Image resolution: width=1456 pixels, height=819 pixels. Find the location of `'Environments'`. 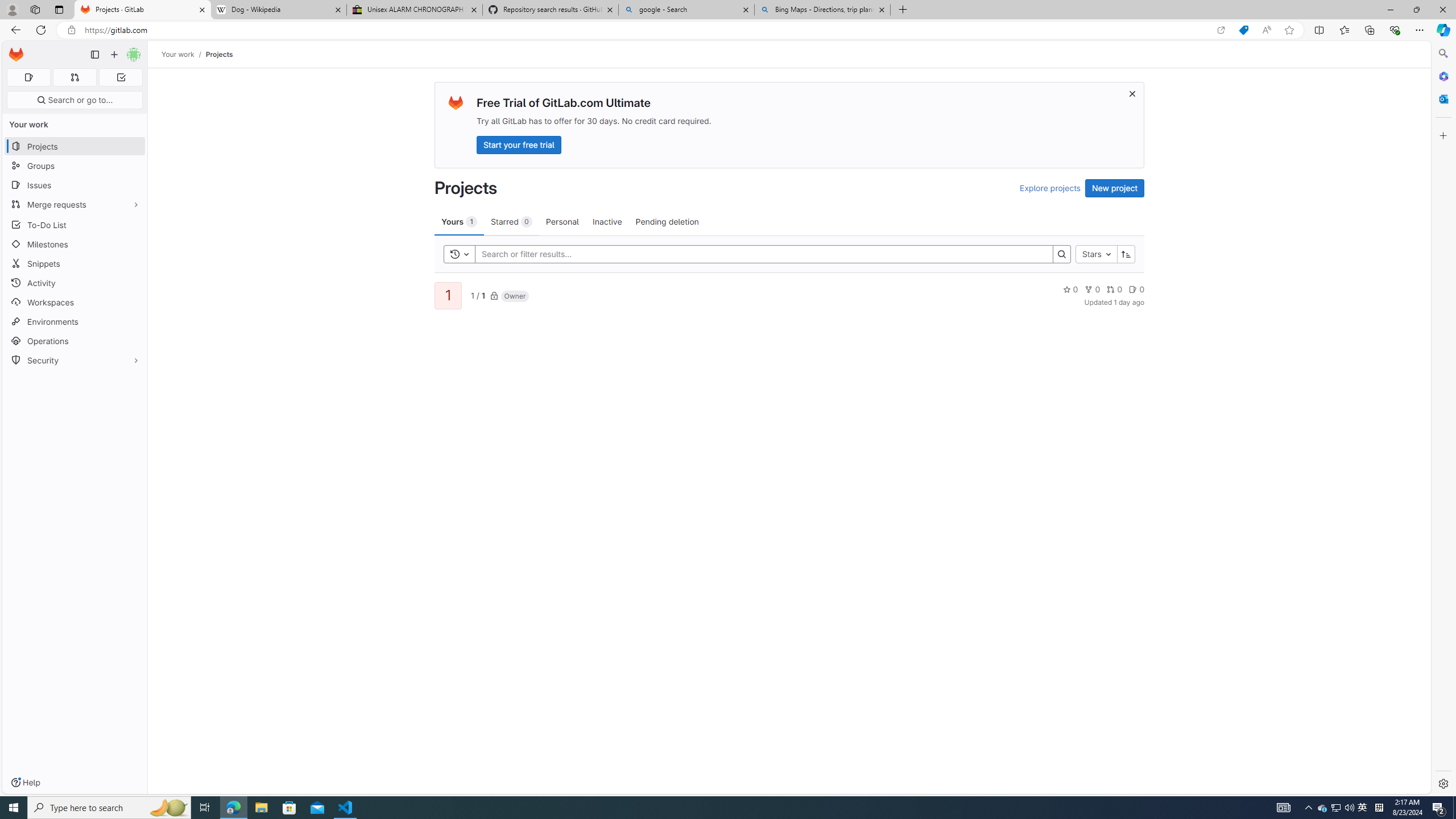

'Environments' is located at coordinates (74, 321).